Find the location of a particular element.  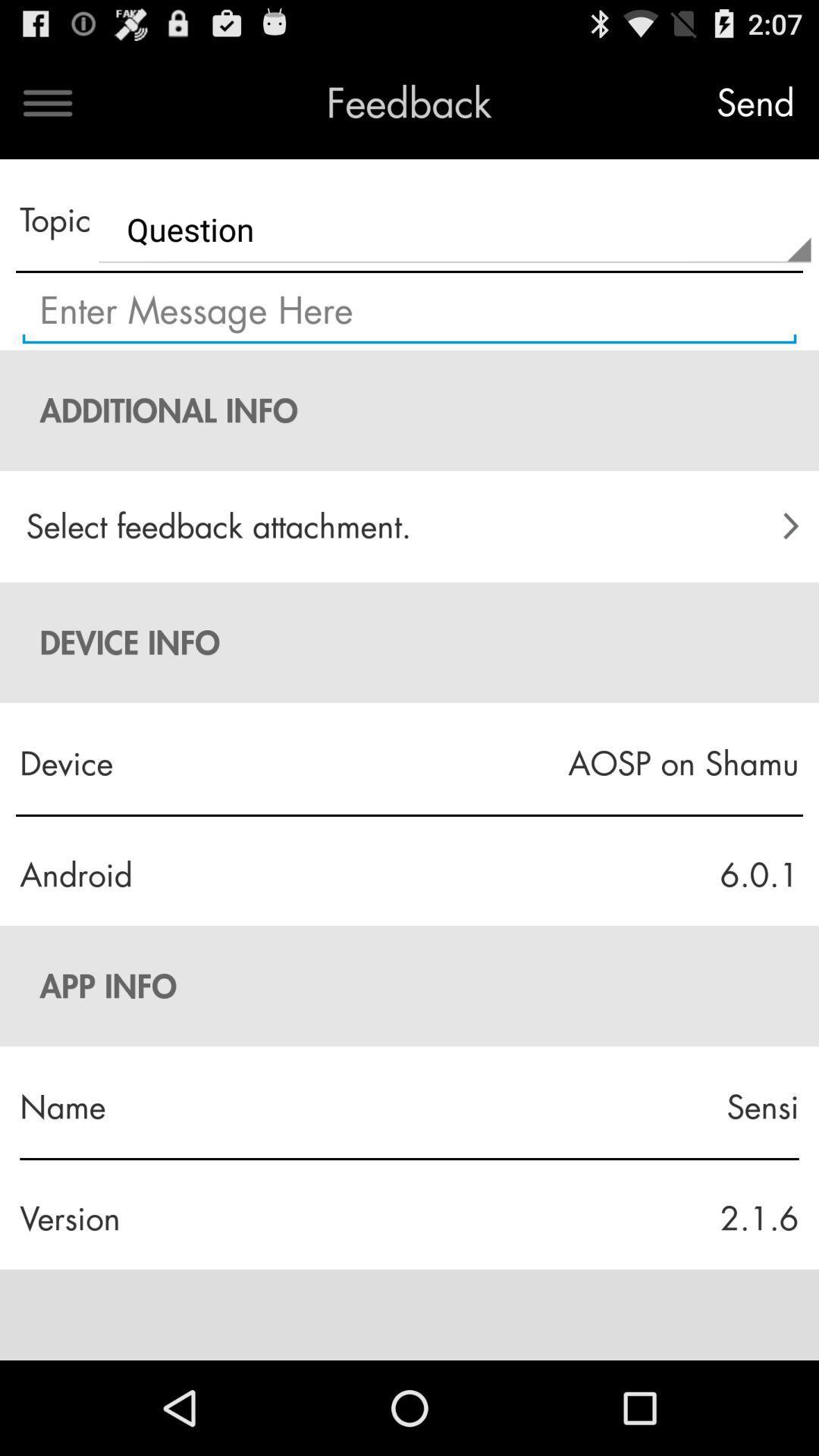

input field is located at coordinates (409, 311).